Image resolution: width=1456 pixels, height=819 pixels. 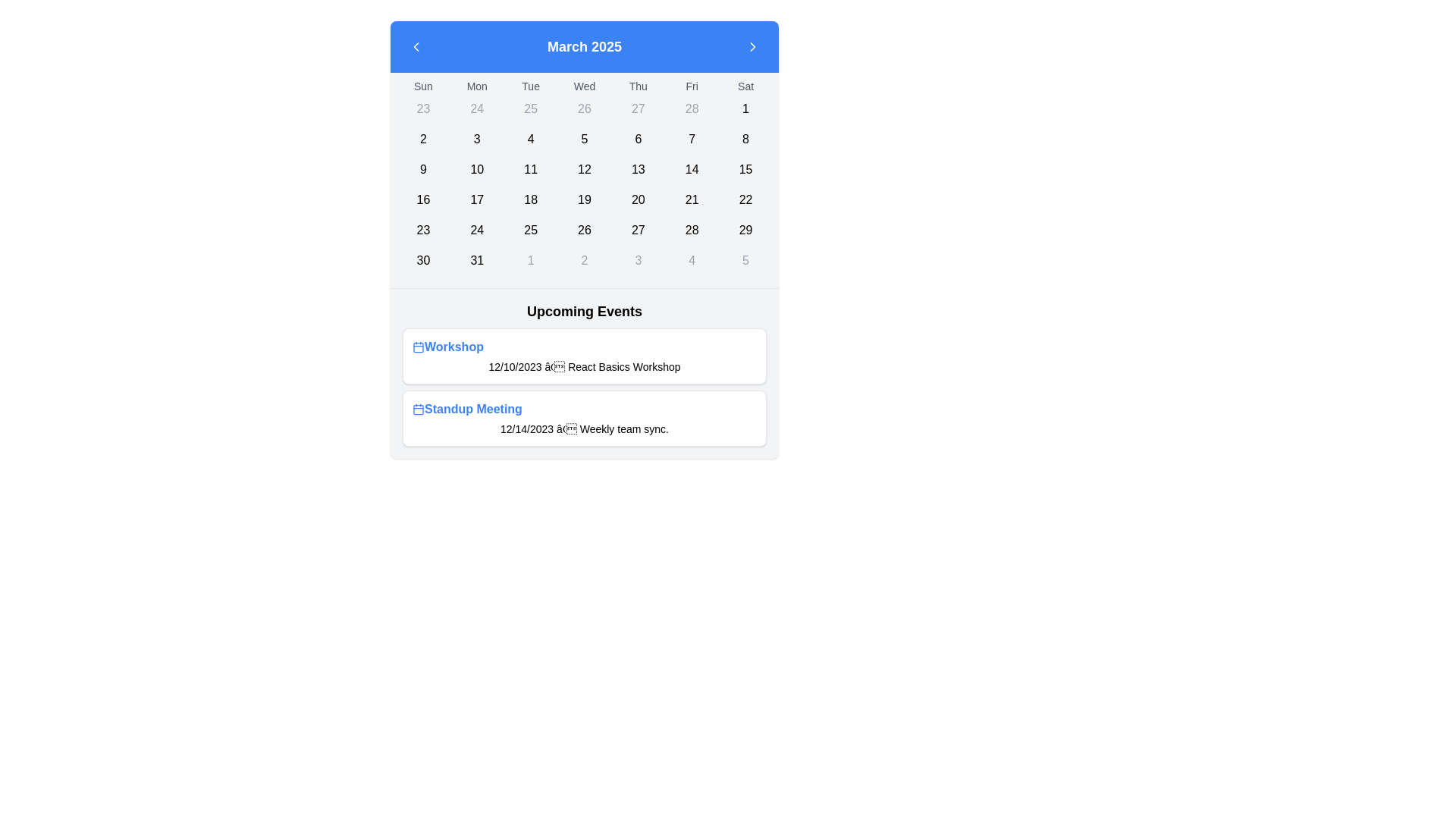 What do you see at coordinates (638, 140) in the screenshot?
I see `the selectable date button for the 6th day of the month in the calendar, located under 'Thu' in the fourth row and fifth column, to change its background color` at bounding box center [638, 140].